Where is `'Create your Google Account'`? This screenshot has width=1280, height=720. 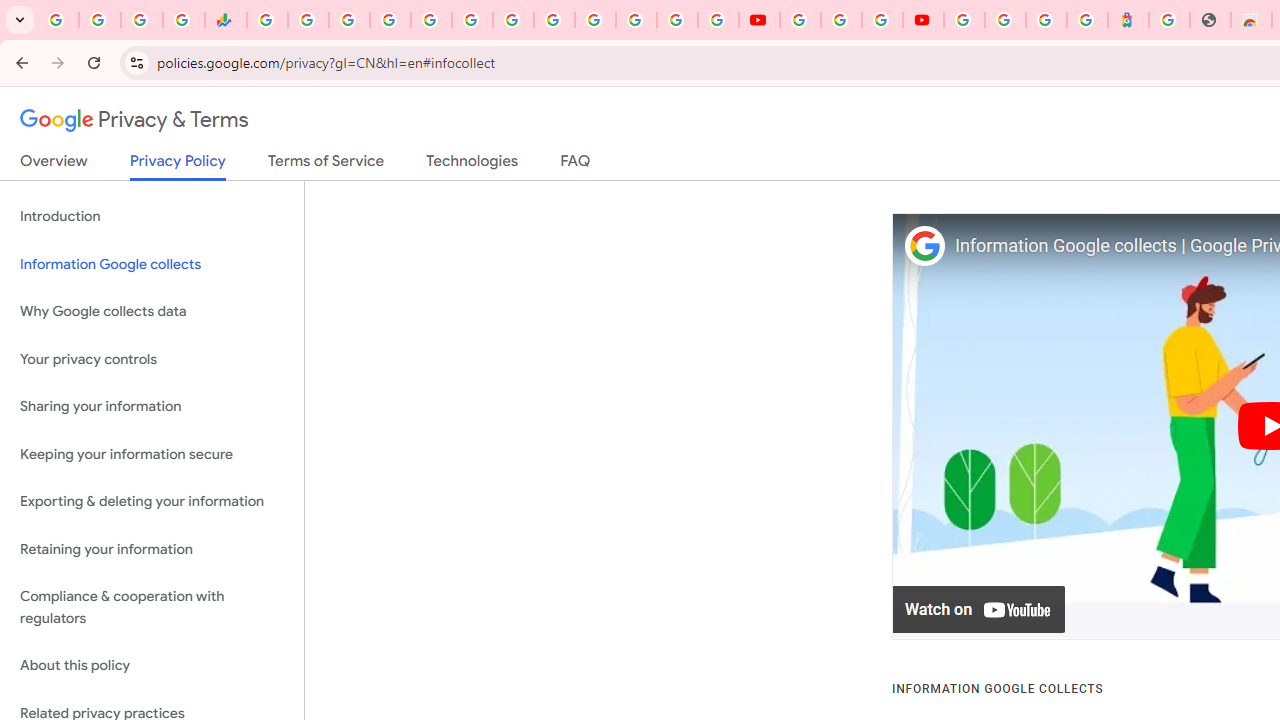
'Create your Google Account' is located at coordinates (880, 20).